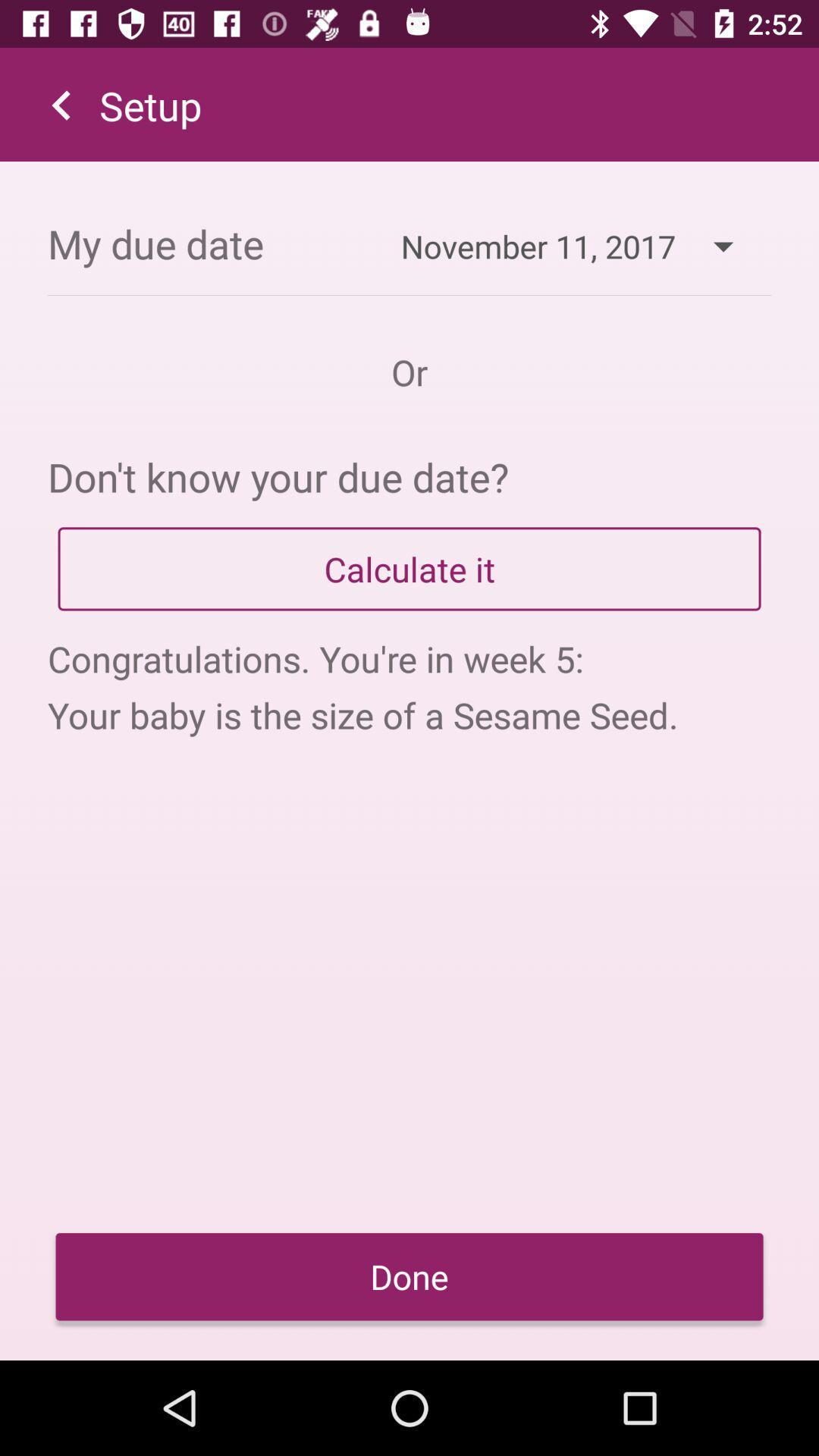 This screenshot has height=1456, width=819. What do you see at coordinates (409, 1276) in the screenshot?
I see `the item below the your baby is icon` at bounding box center [409, 1276].